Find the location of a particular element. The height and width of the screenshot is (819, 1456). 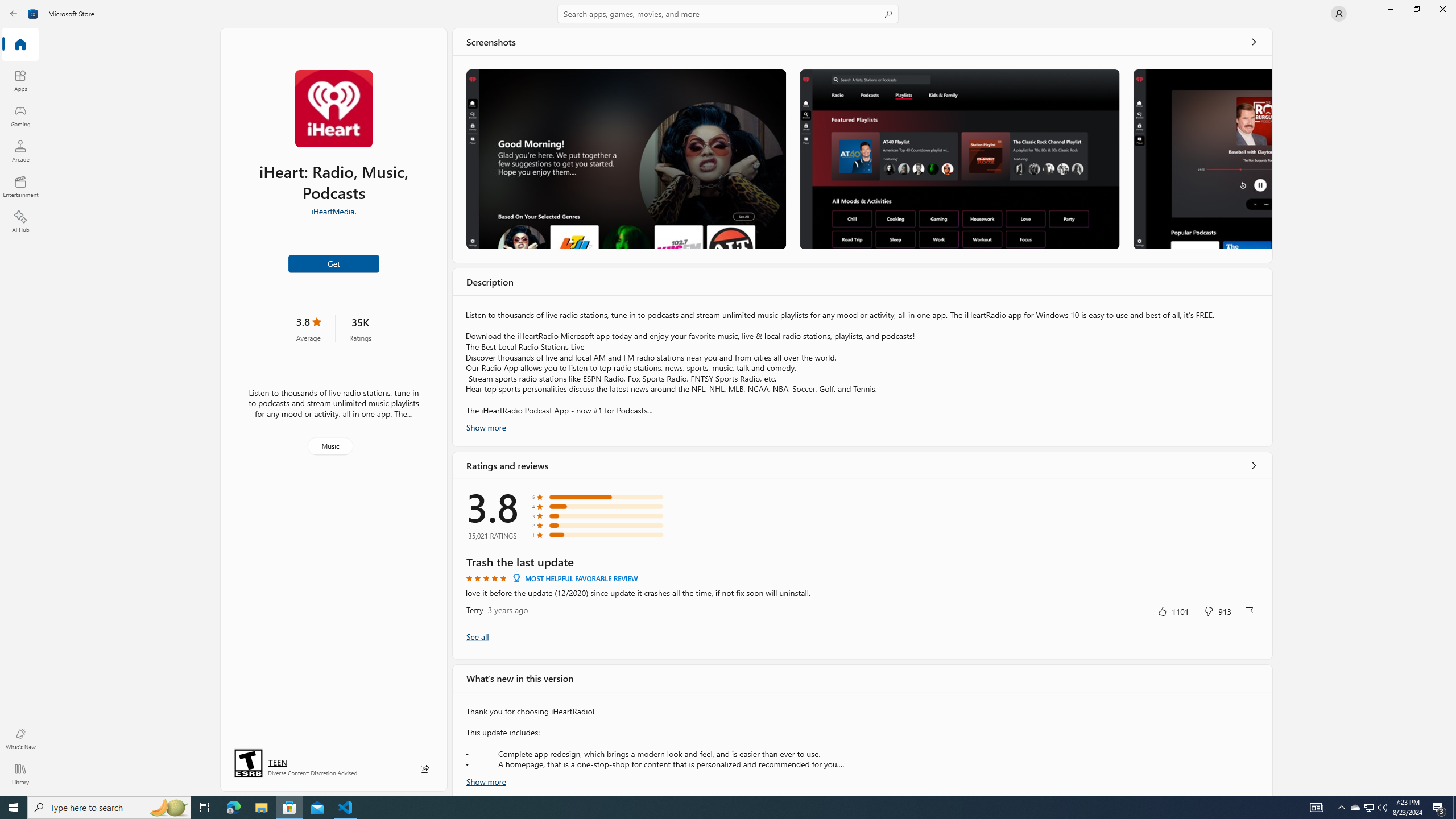

'Minimize Microsoft Store' is located at coordinates (1389, 9).